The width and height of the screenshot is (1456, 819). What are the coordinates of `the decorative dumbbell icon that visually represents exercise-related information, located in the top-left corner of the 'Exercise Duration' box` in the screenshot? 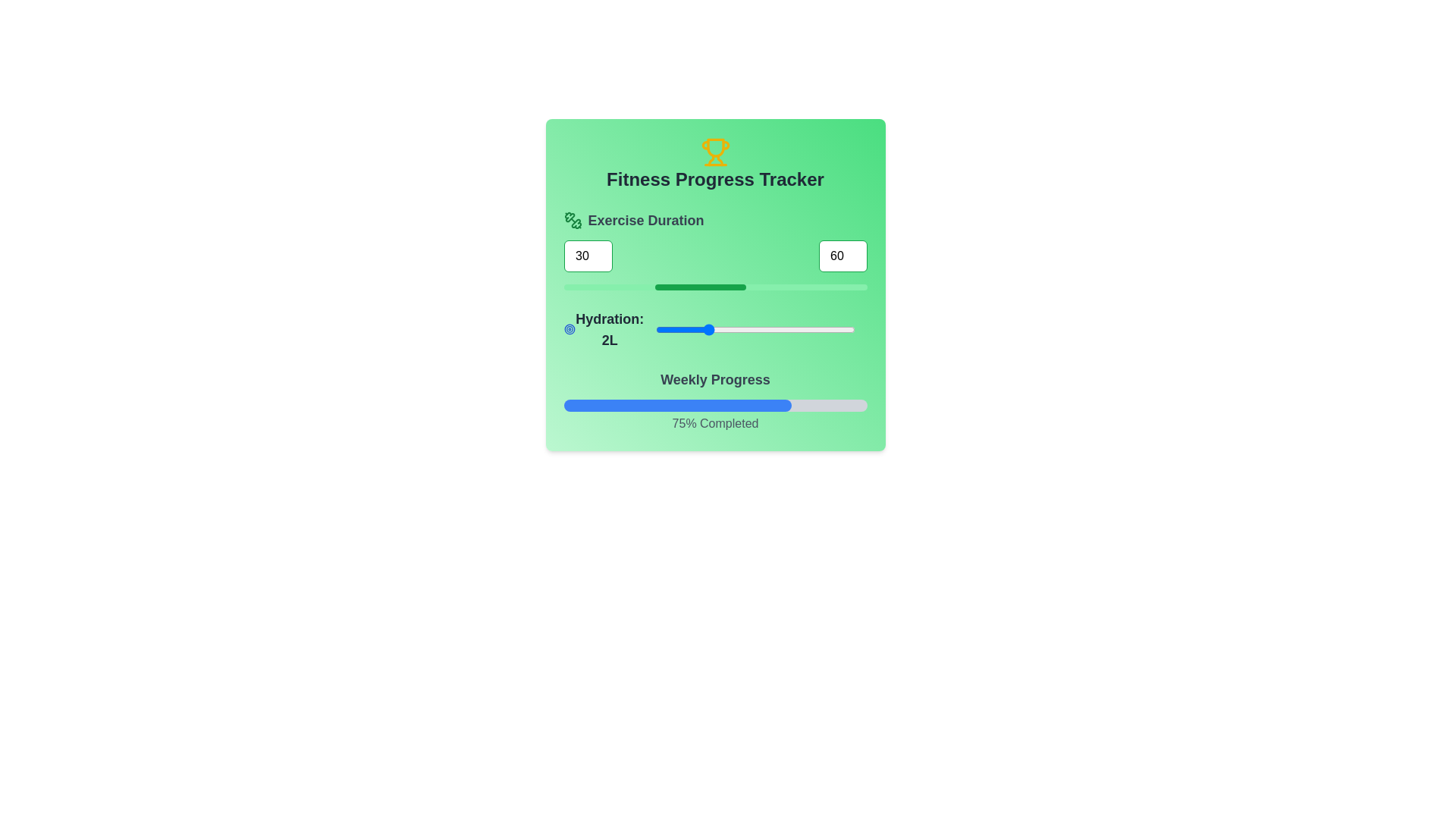 It's located at (575, 224).